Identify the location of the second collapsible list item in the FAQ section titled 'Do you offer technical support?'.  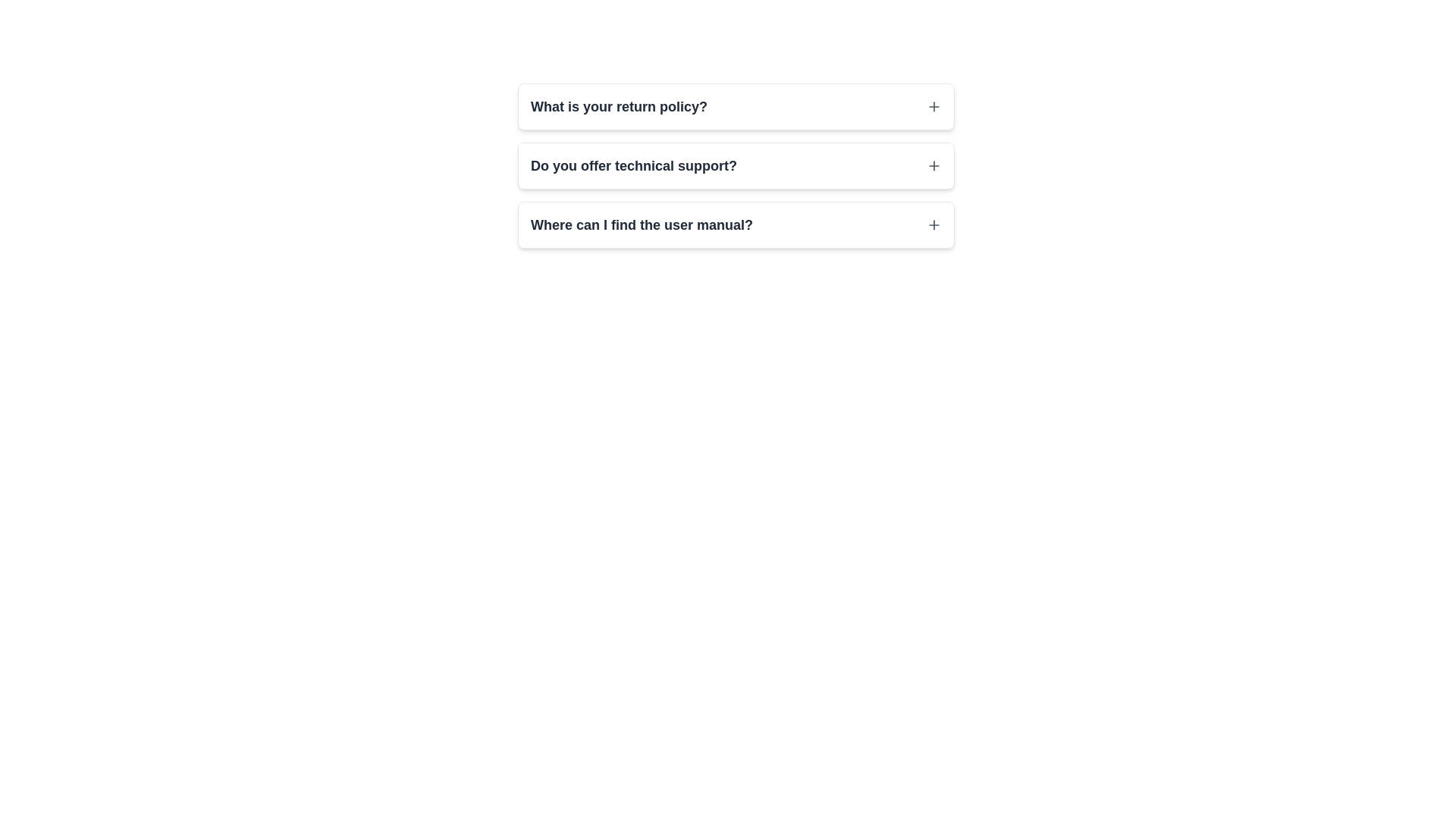
(736, 166).